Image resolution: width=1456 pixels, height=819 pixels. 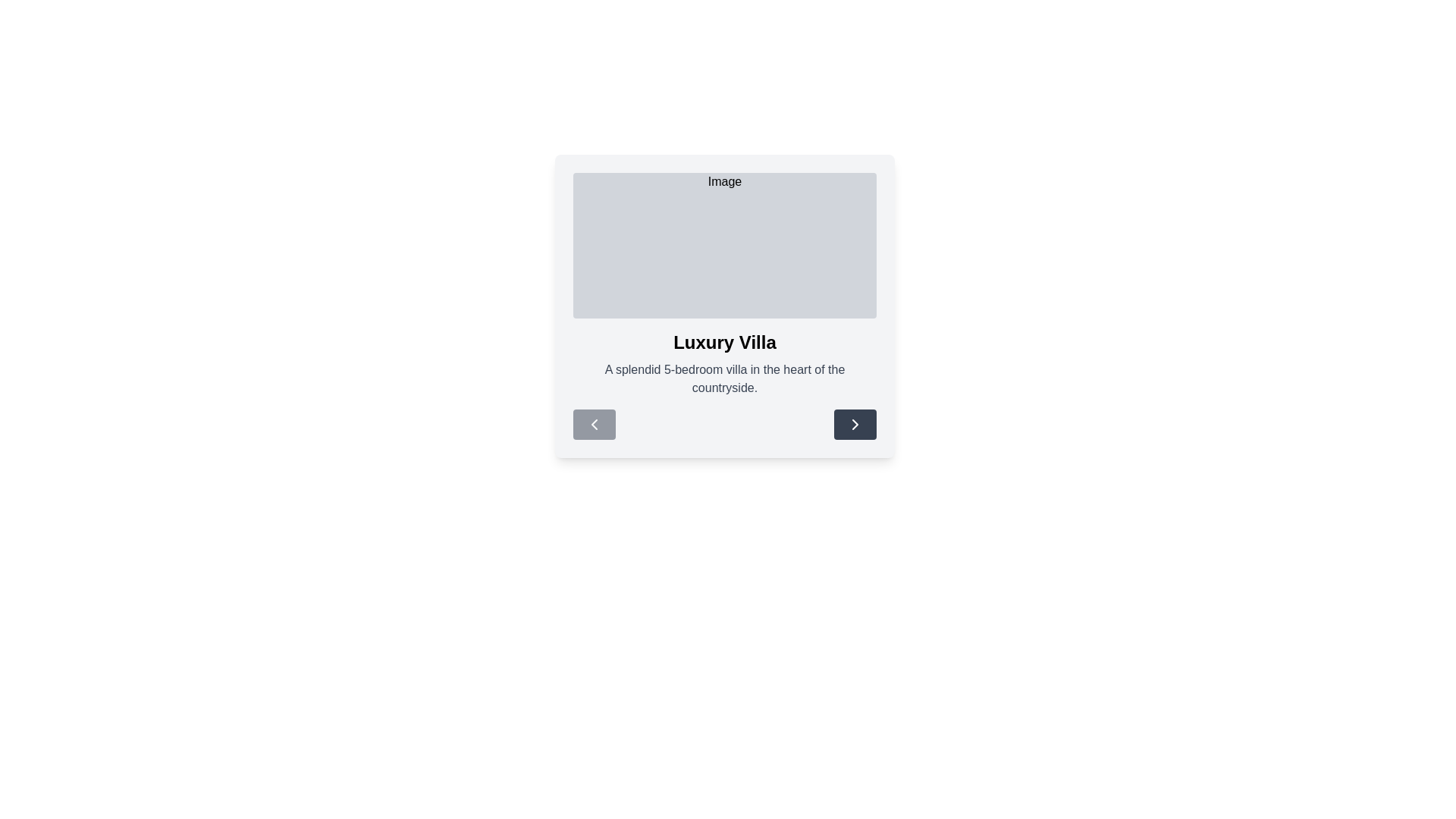 I want to click on the left-pointing chevron icon within the navigation control located at the bottom-left part of the card-like structure, so click(x=593, y=424).